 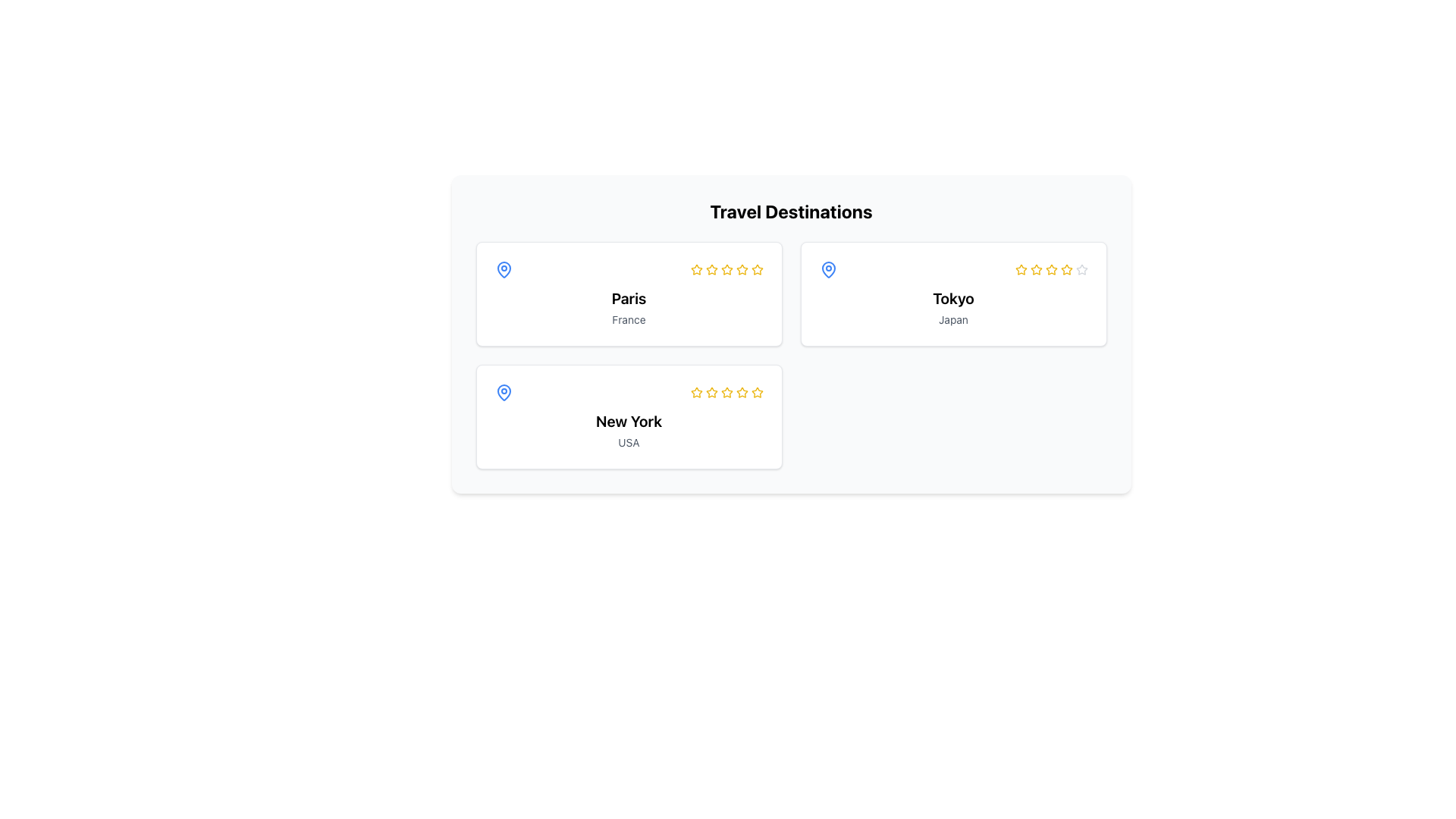 What do you see at coordinates (629, 318) in the screenshot?
I see `text label displaying 'France' that is located below the 'Paris' text within the 'Travel Destinations' section of the card` at bounding box center [629, 318].